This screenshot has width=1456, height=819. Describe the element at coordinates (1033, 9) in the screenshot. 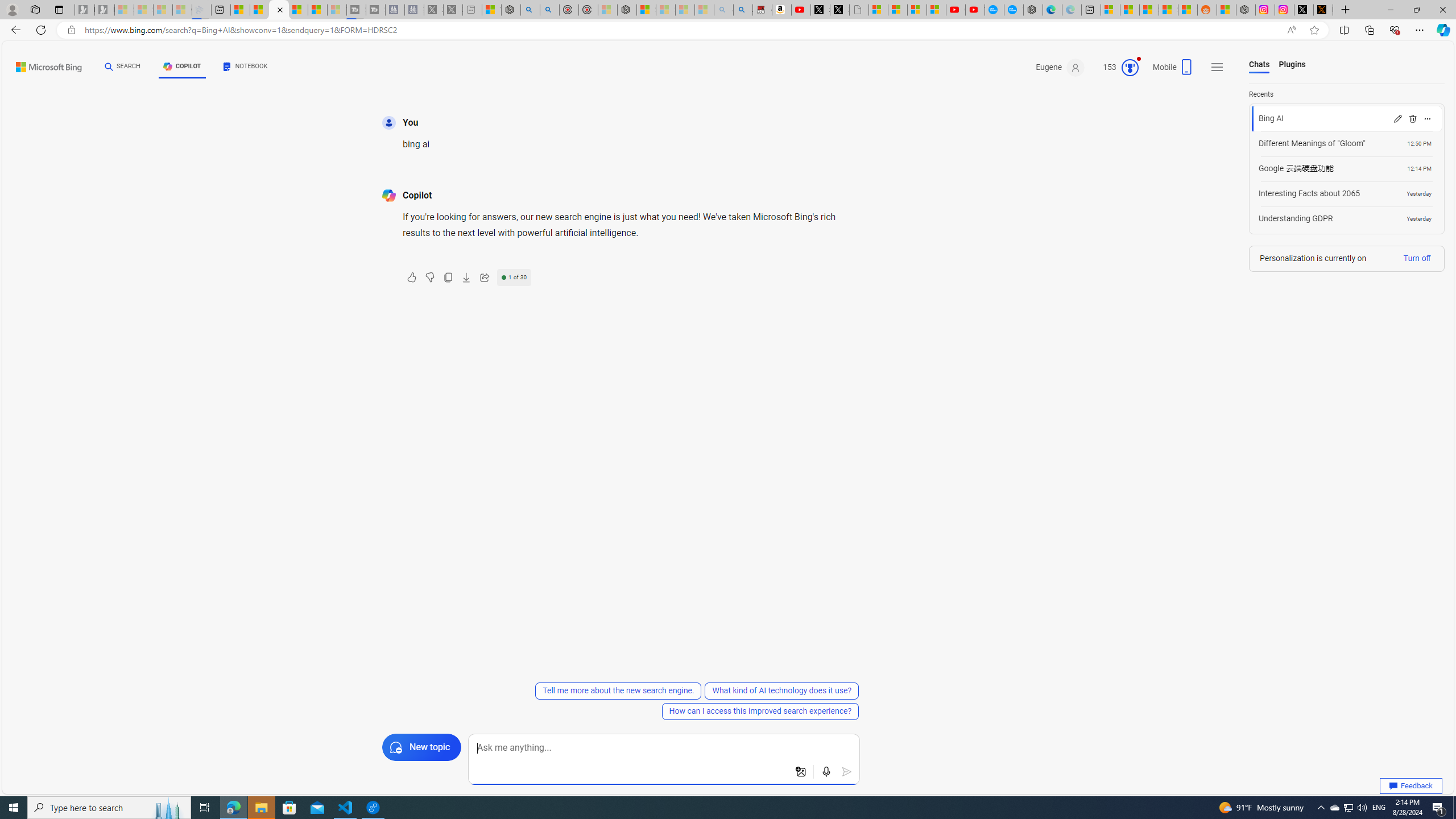

I see `'Nordace - Nordace has arrived Hong Kong'` at that location.